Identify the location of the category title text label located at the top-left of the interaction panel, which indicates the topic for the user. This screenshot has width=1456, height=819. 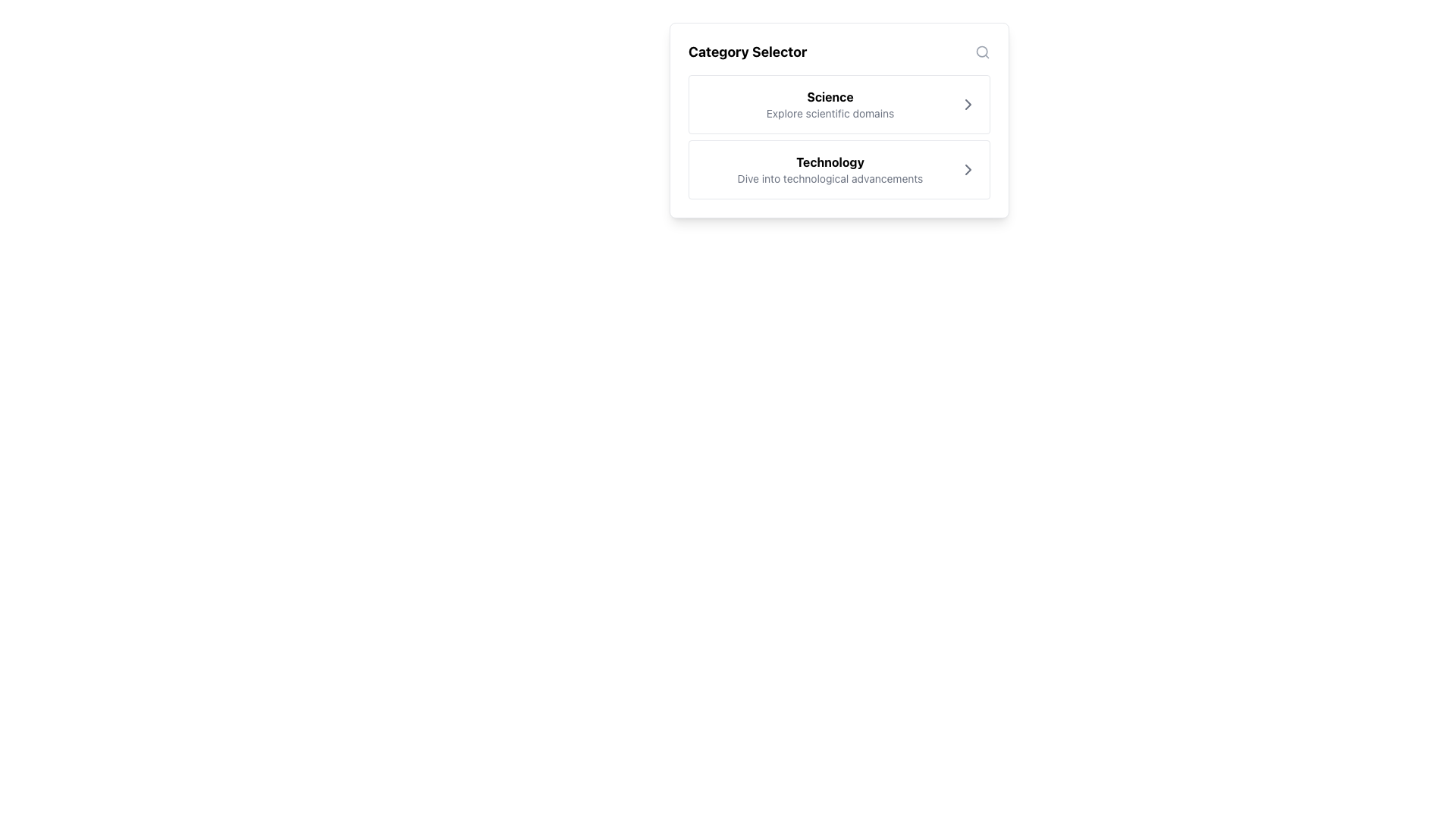
(829, 96).